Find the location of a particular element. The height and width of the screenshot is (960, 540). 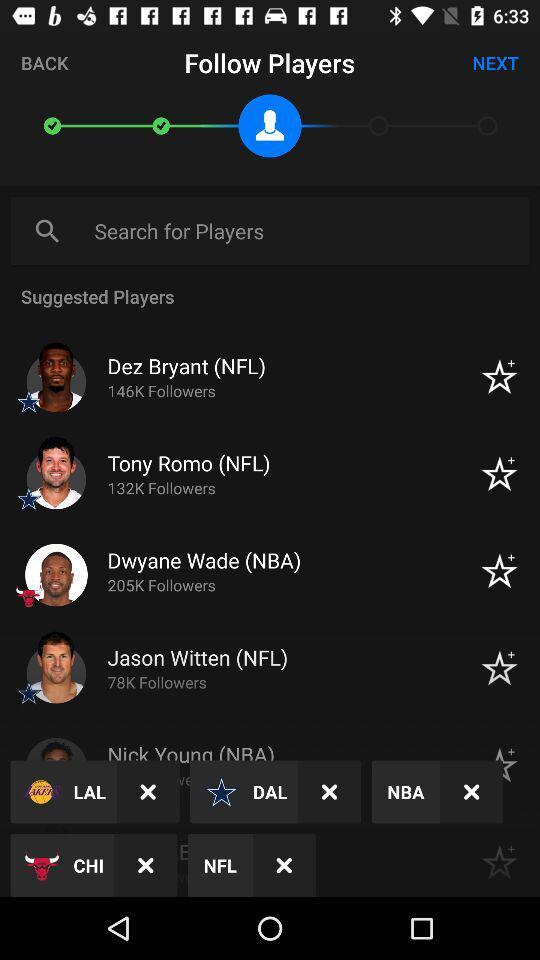

the close icon is located at coordinates (144, 864).